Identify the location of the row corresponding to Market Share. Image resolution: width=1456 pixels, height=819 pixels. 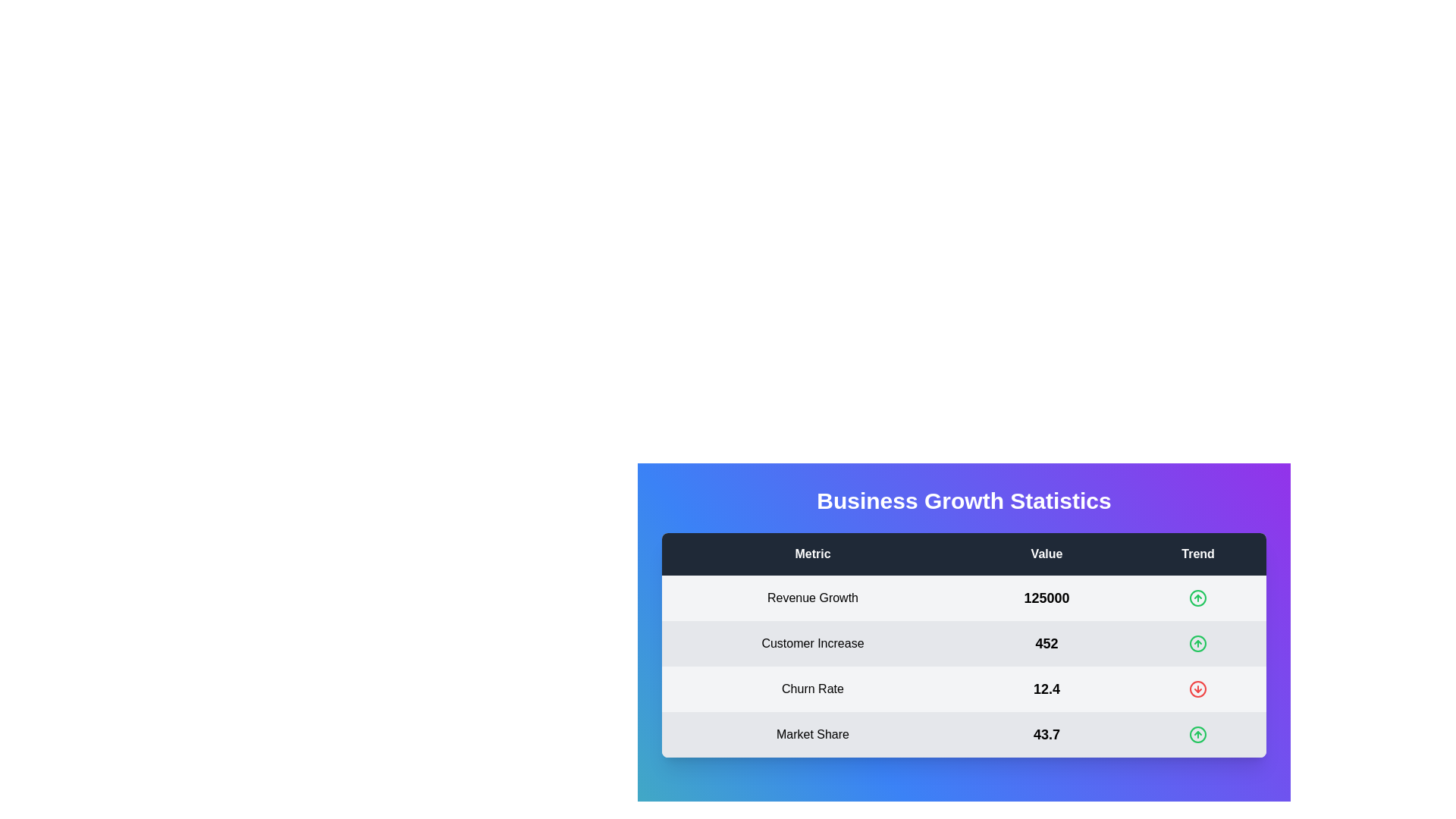
(963, 733).